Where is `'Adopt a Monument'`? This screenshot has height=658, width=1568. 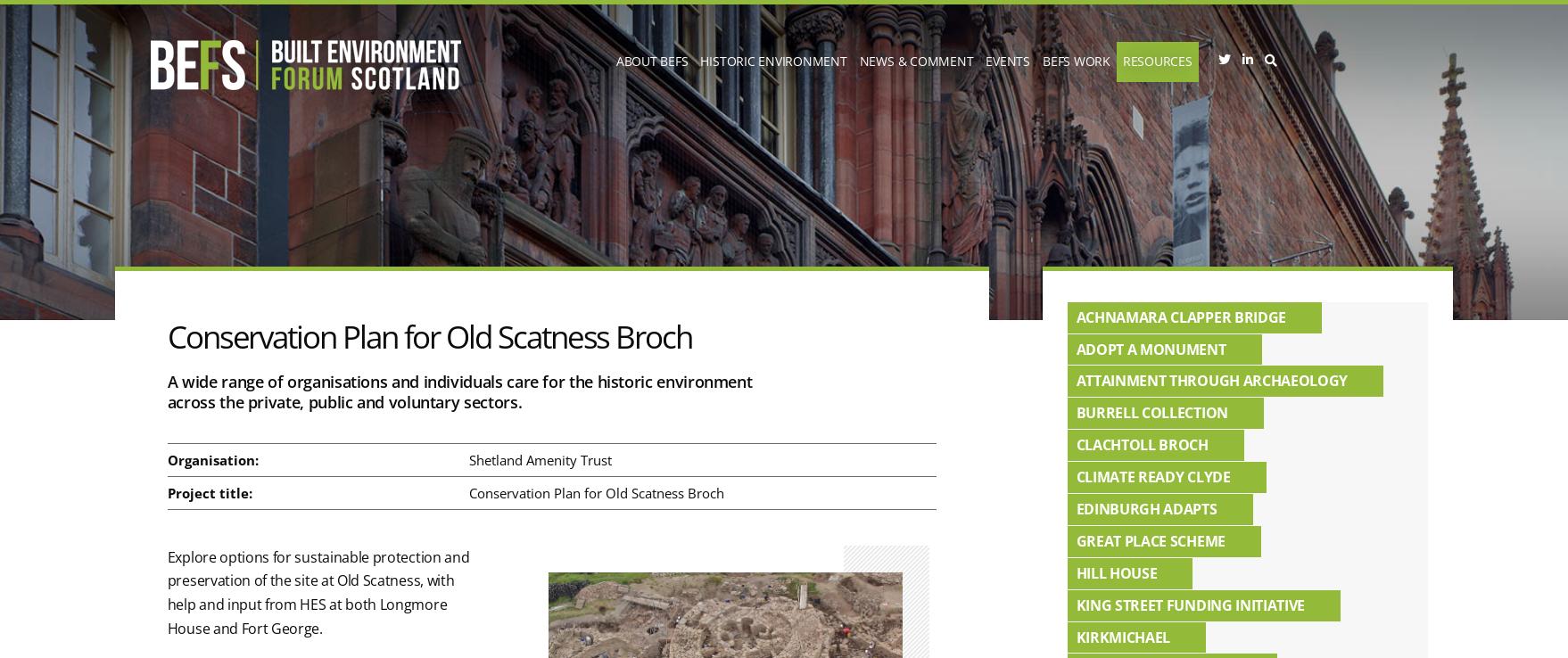 'Adopt a Monument' is located at coordinates (1151, 347).